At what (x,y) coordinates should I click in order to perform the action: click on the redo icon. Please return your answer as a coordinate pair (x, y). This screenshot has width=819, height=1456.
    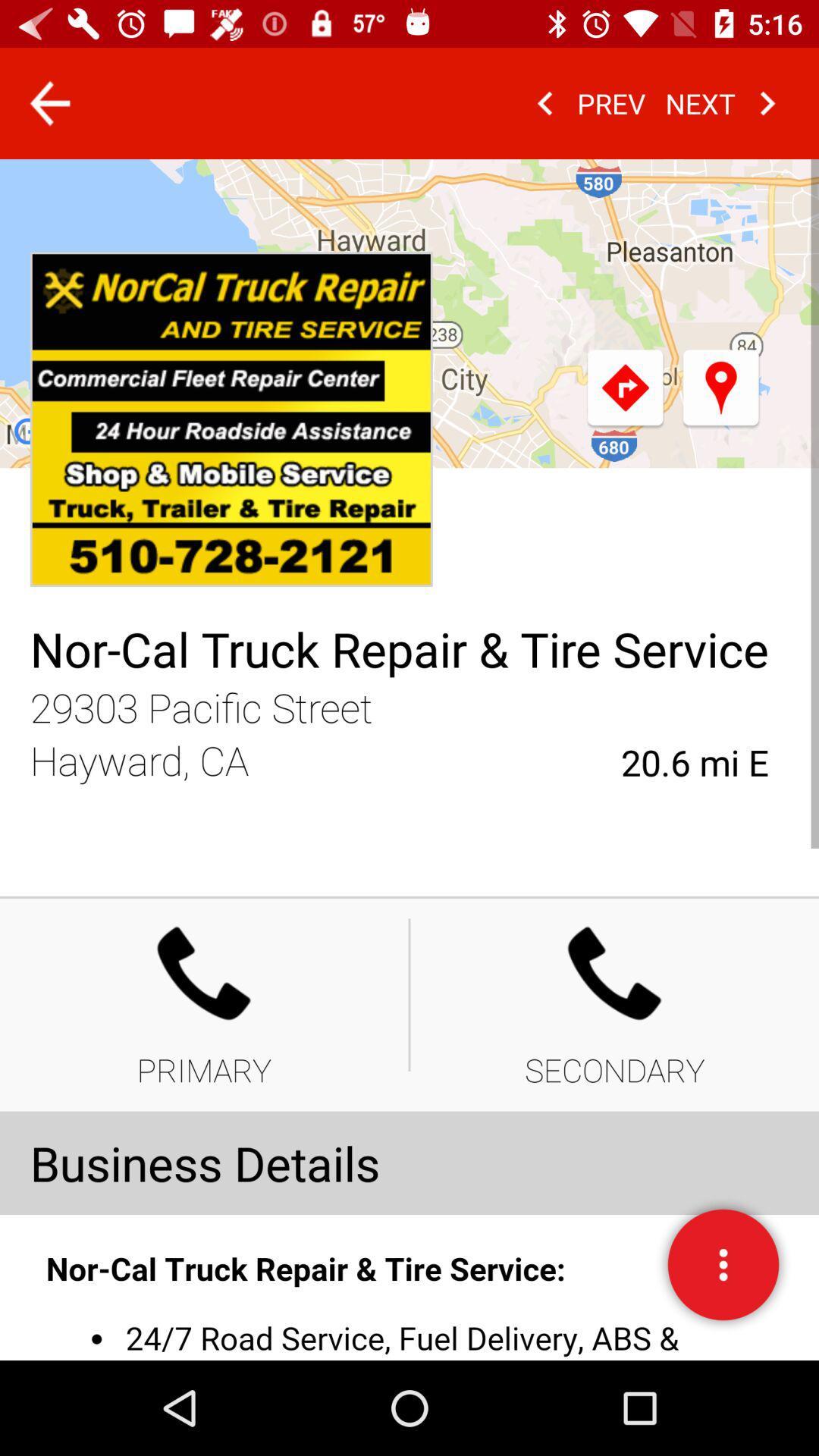
    Looking at the image, I should click on (626, 388).